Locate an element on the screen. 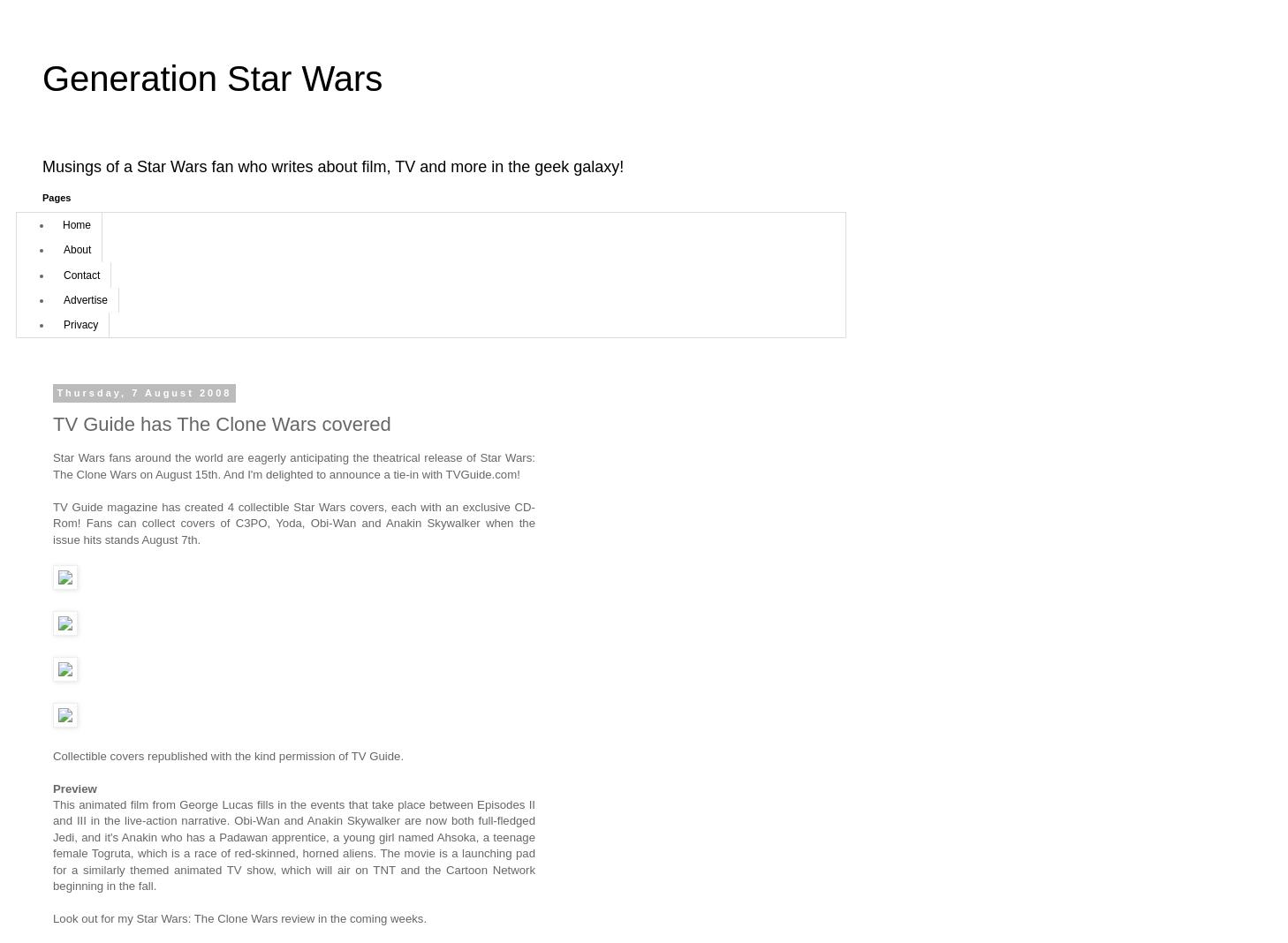  'TV Guide has The Clone Wars covered' is located at coordinates (221, 424).